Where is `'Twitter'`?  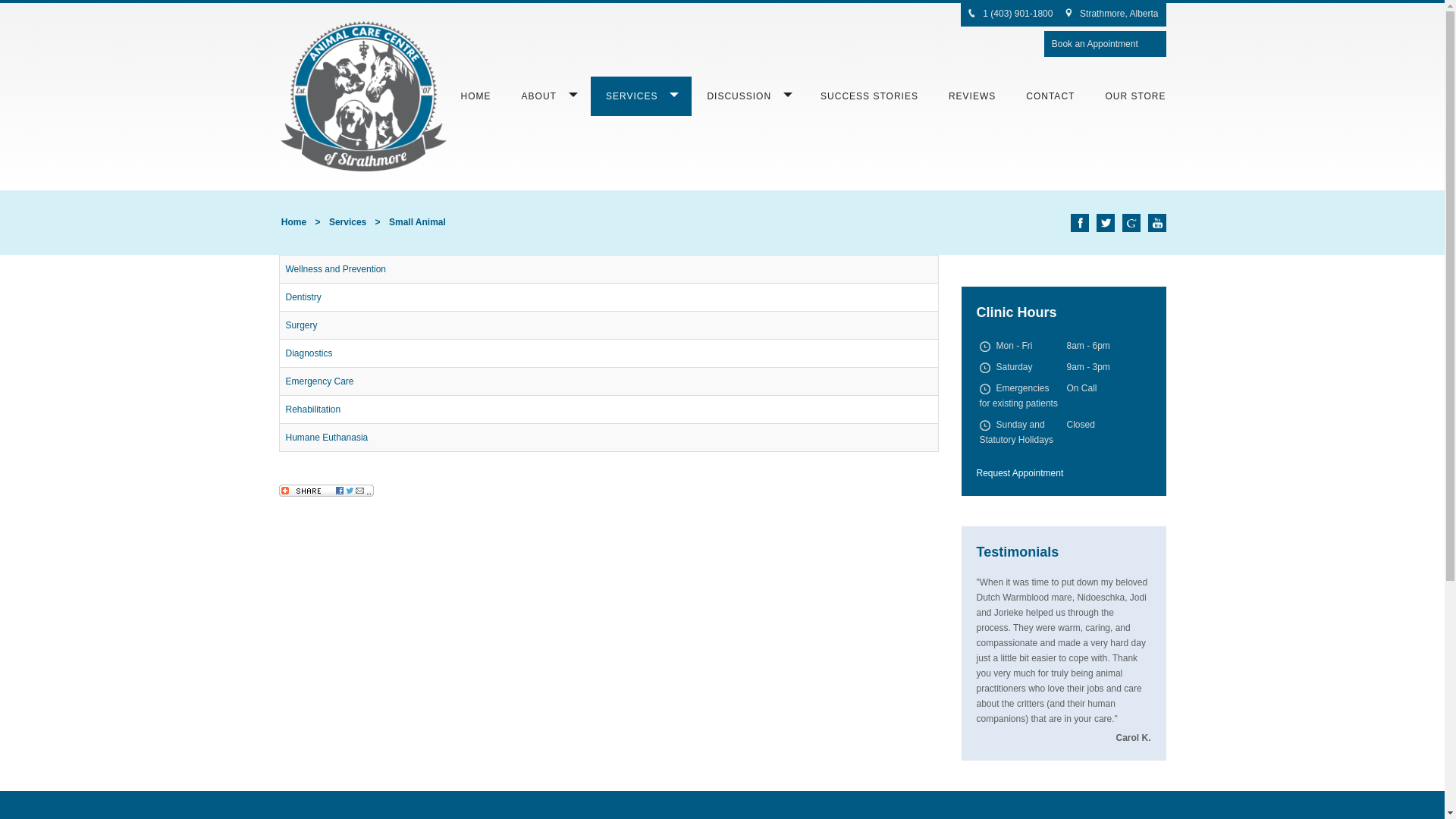
'Twitter' is located at coordinates (1106, 222).